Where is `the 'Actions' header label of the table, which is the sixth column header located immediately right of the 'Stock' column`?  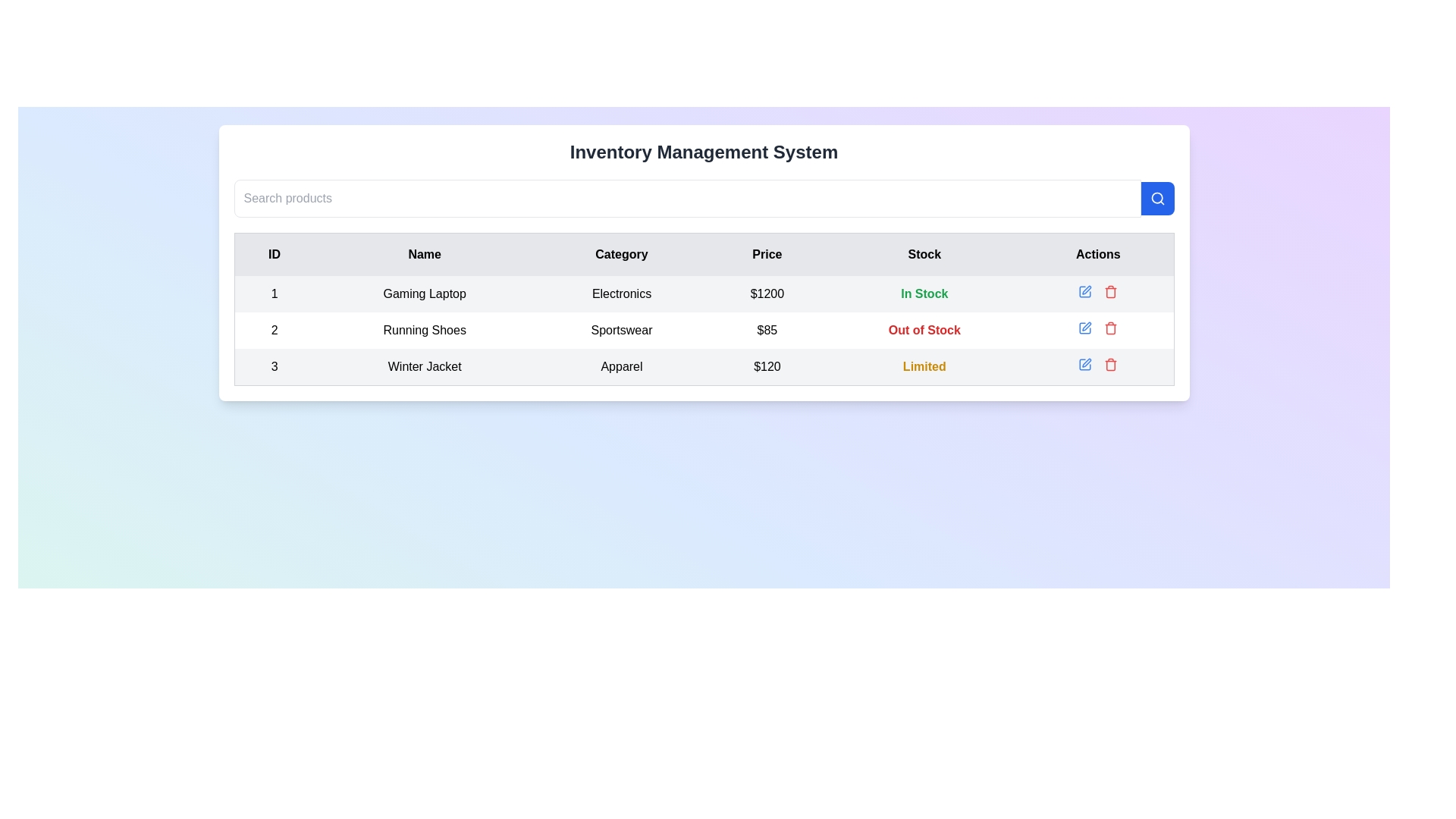 the 'Actions' header label of the table, which is the sixth column header located immediately right of the 'Stock' column is located at coordinates (1098, 253).